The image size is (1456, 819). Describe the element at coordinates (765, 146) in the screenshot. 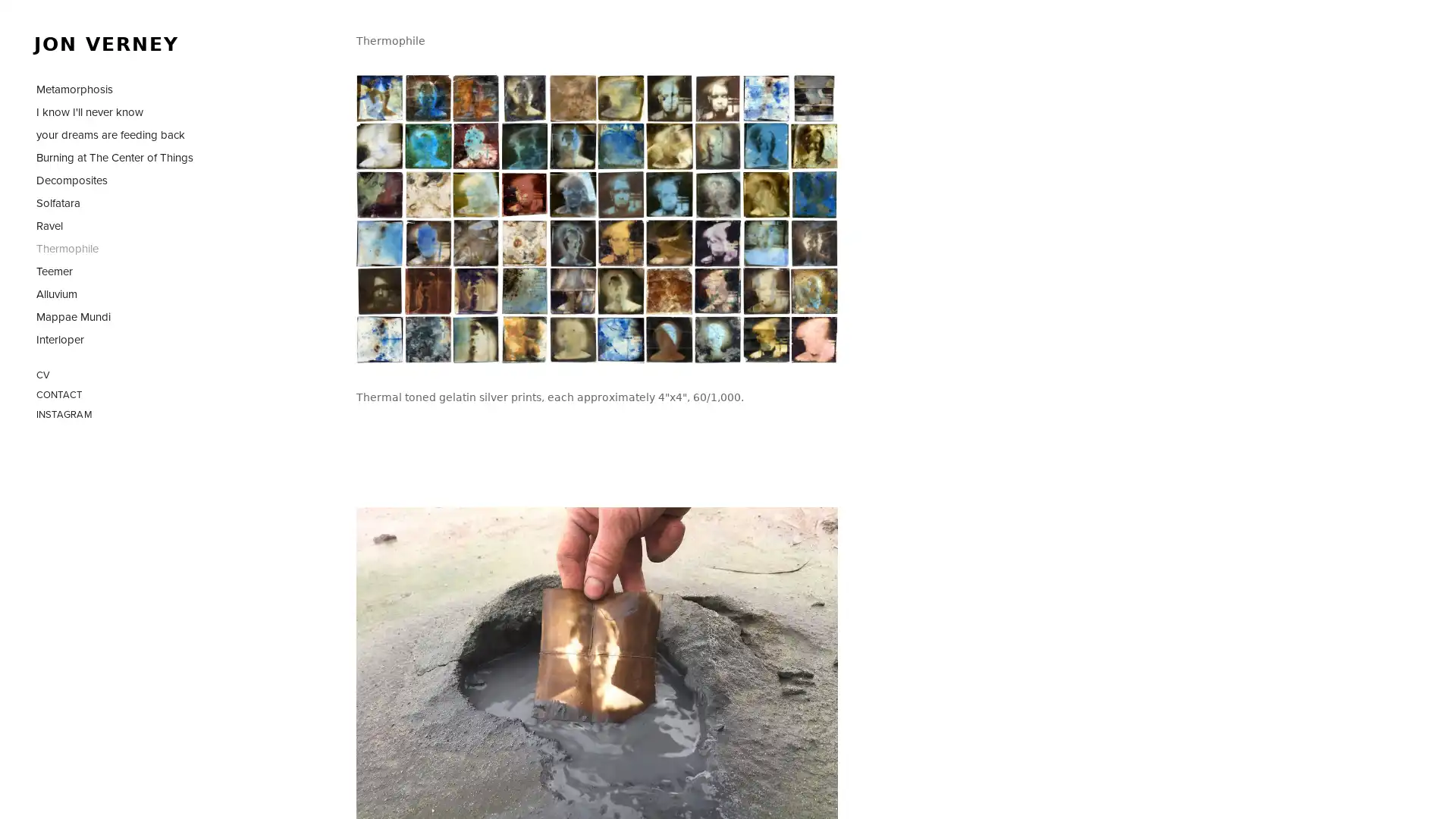

I see `View fullsize jon_verney_thermophile_40.jpg` at that location.